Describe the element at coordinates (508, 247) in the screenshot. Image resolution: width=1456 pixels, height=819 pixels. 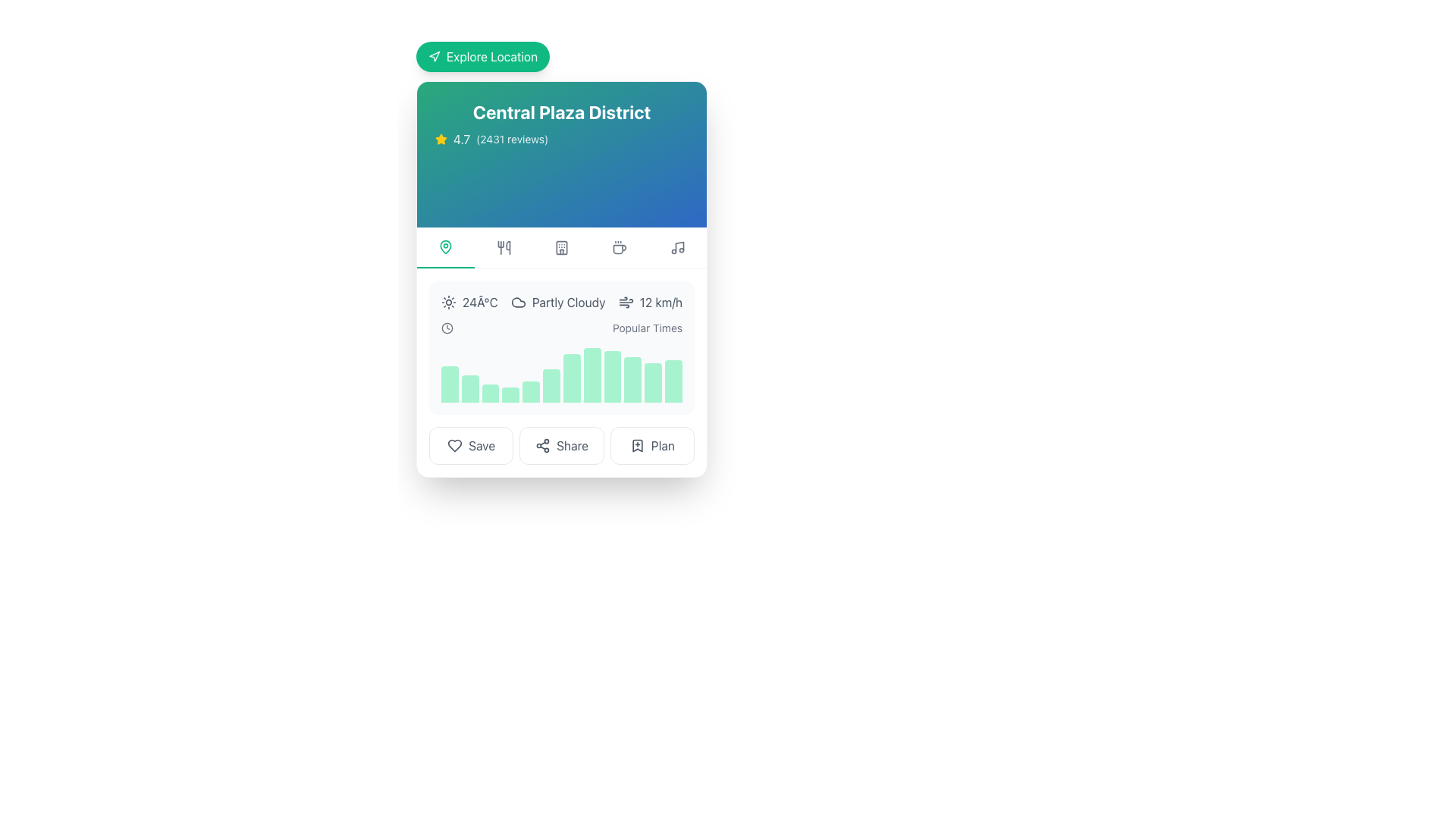
I see `the slender curved line that is the third component of the SVG utensil icon located below the title 'Central Plaza District'` at that location.